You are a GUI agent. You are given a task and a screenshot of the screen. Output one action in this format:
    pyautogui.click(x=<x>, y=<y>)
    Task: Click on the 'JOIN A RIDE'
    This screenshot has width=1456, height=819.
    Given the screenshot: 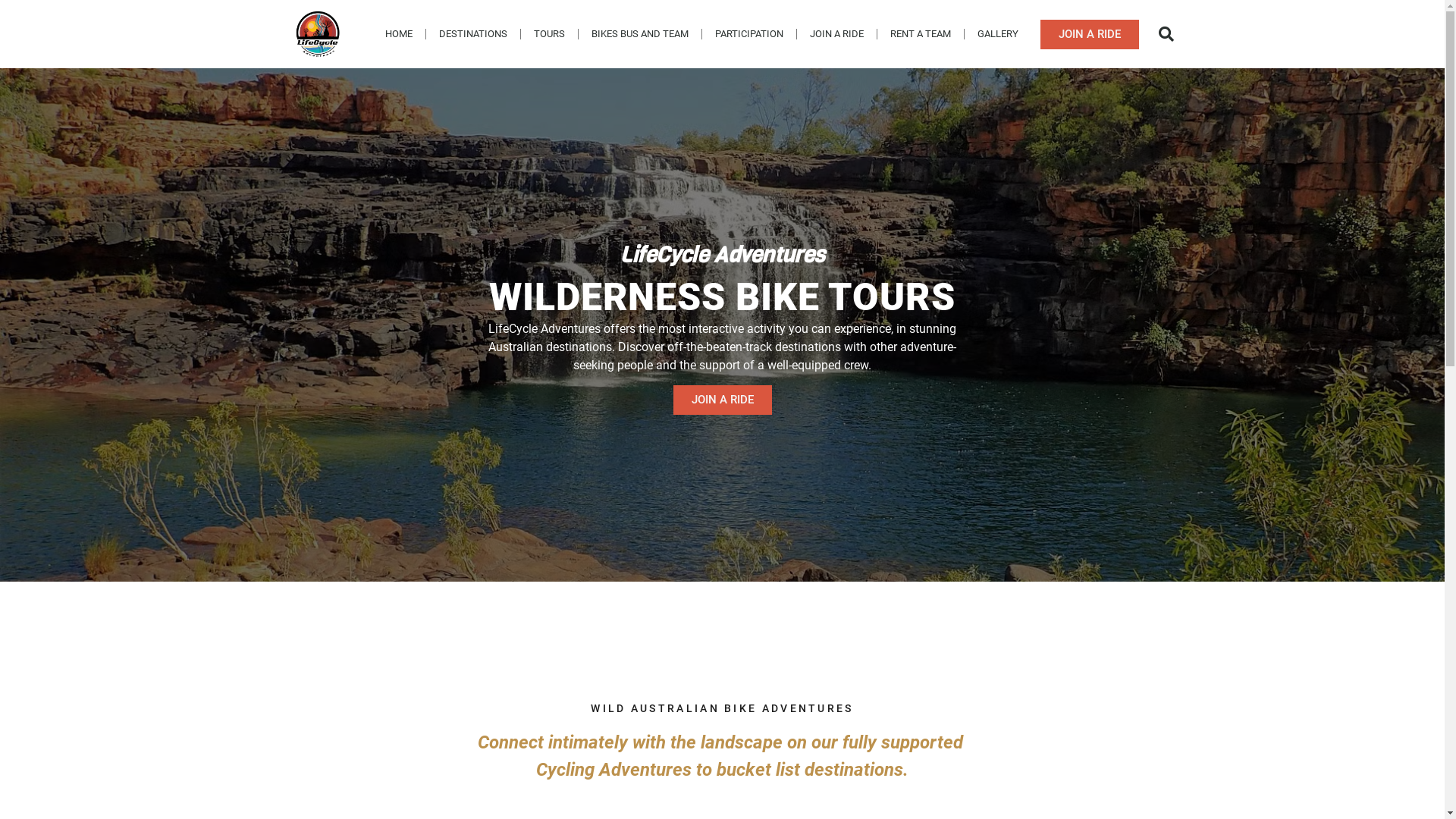 What is the action you would take?
    pyautogui.click(x=1040, y=34)
    